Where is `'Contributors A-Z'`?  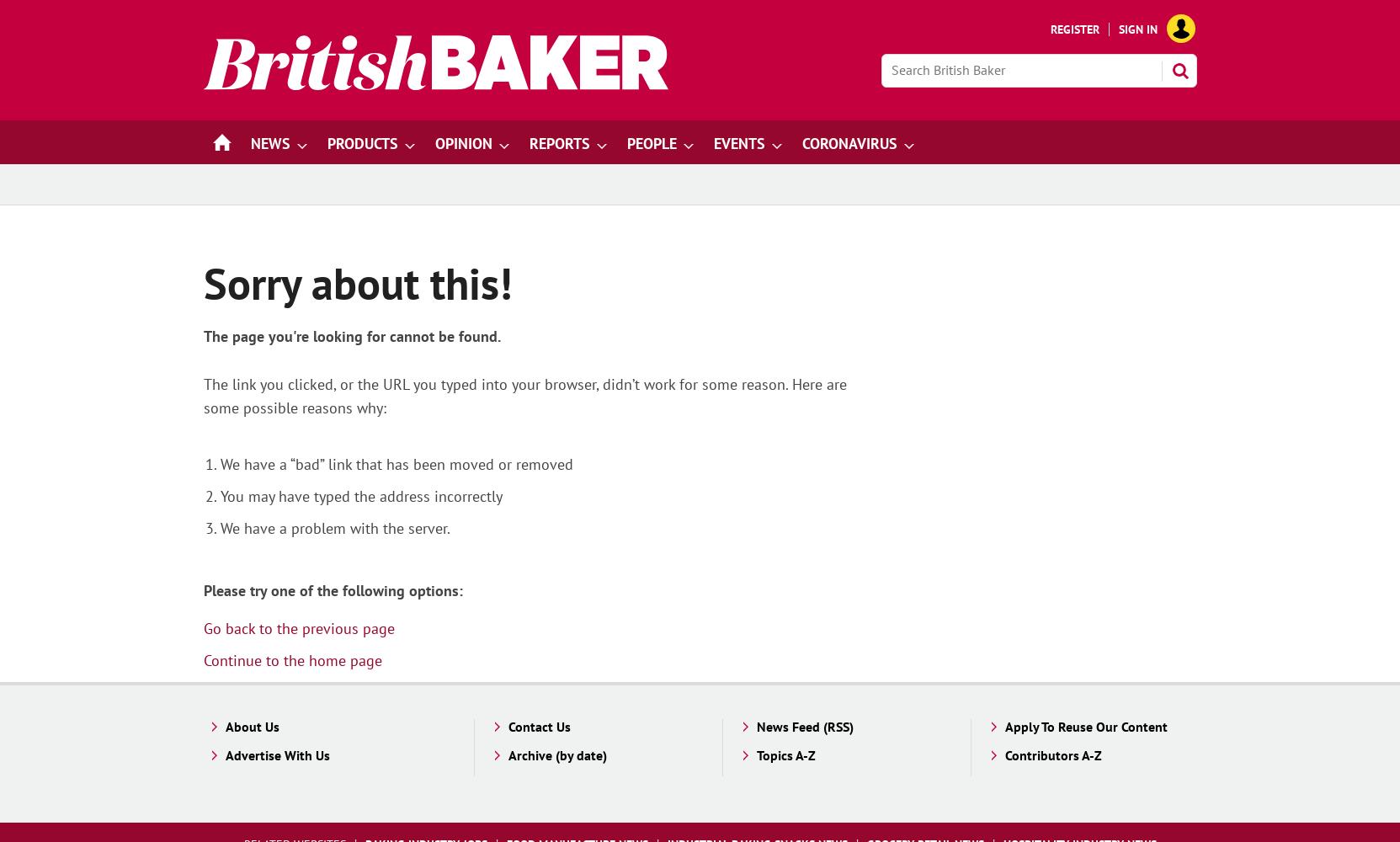 'Contributors A-Z' is located at coordinates (1052, 755).